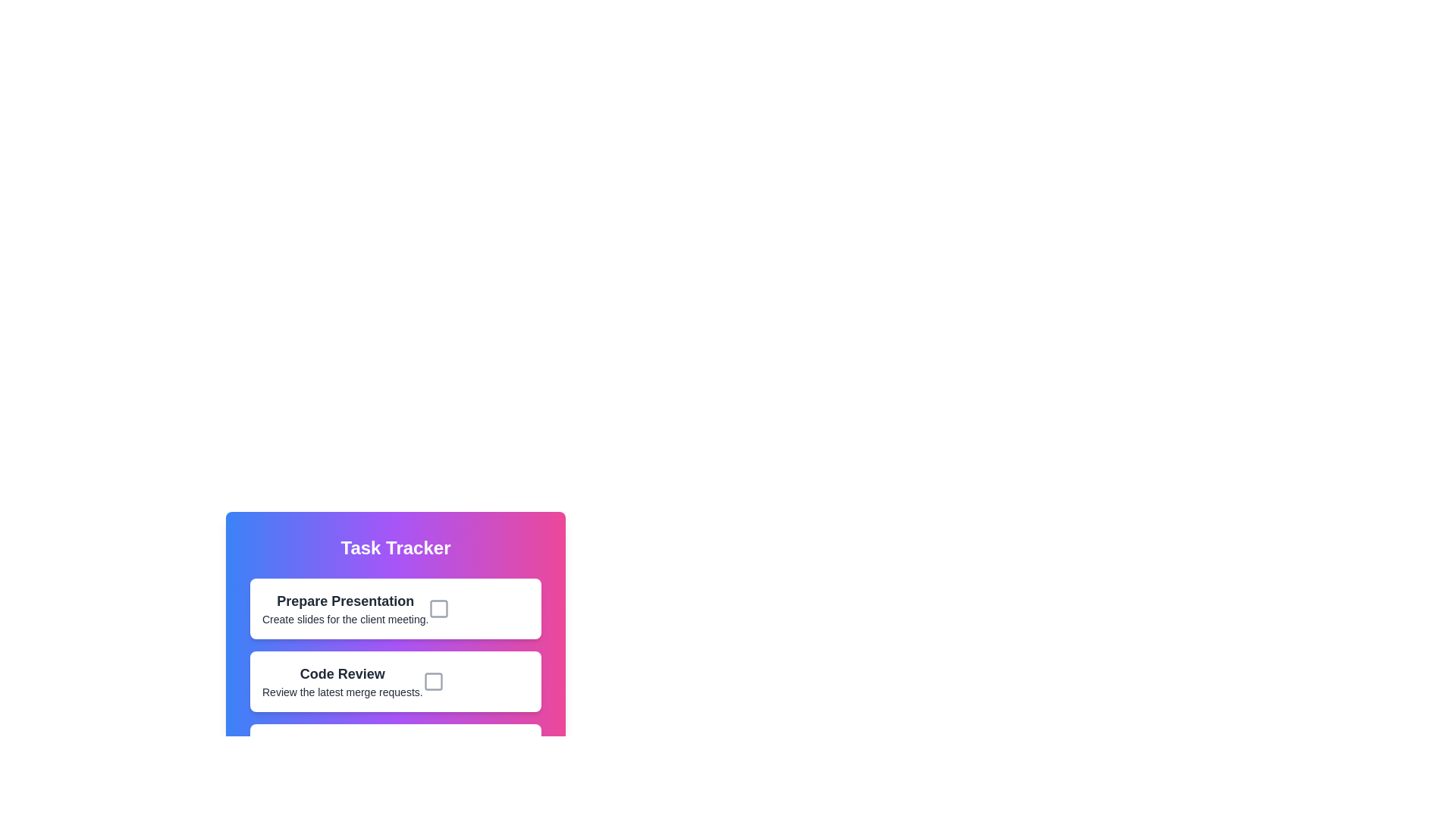 The image size is (1456, 819). I want to click on the checkbox located to the right of the 'Code Review' task label within the task card, so click(432, 680).